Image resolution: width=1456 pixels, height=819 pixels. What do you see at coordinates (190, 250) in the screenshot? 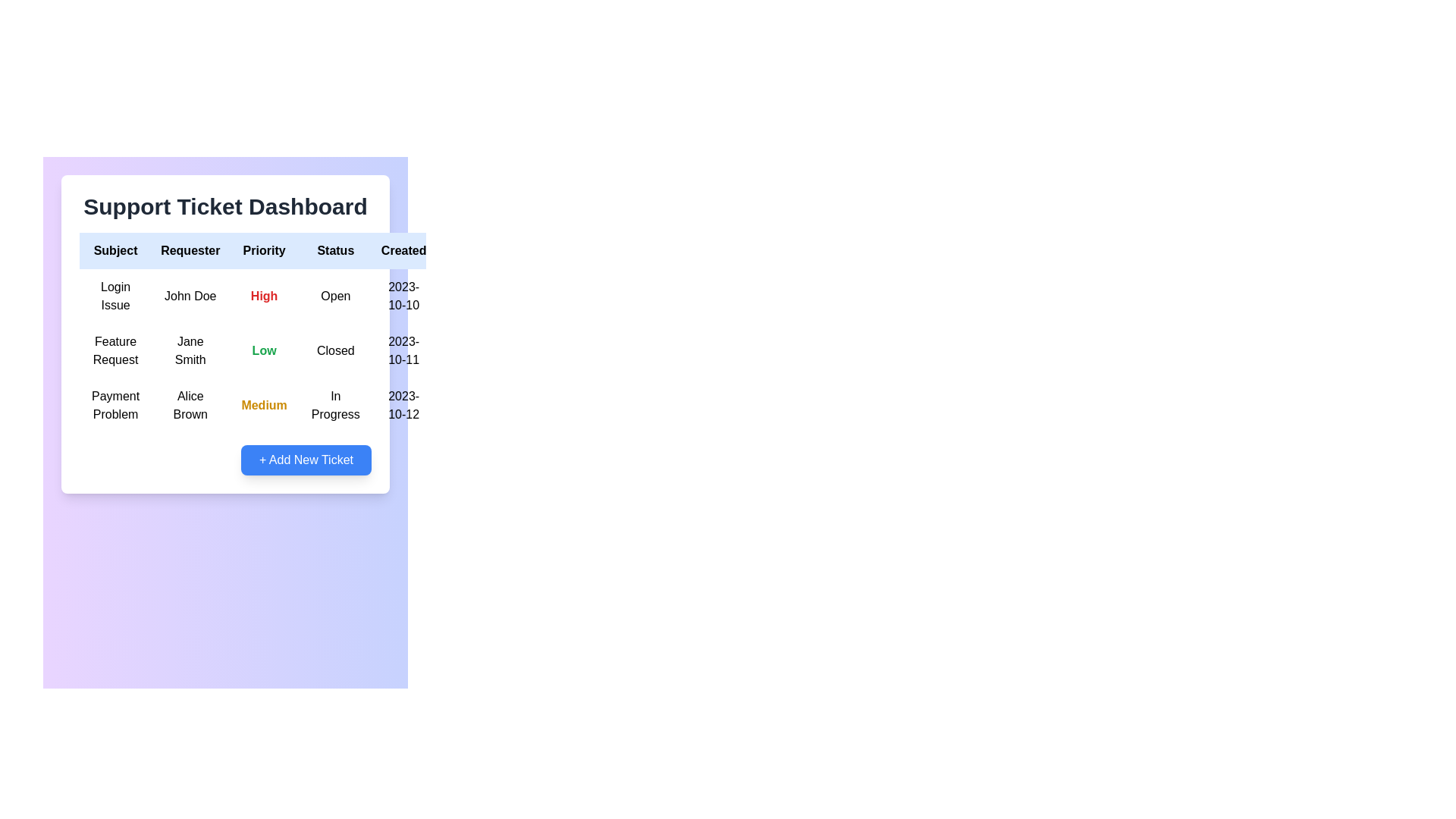
I see `the text label 'Requester', which is styled in bold black font on a light blue background and is the second column header in the Support Ticket Dashboard` at bounding box center [190, 250].